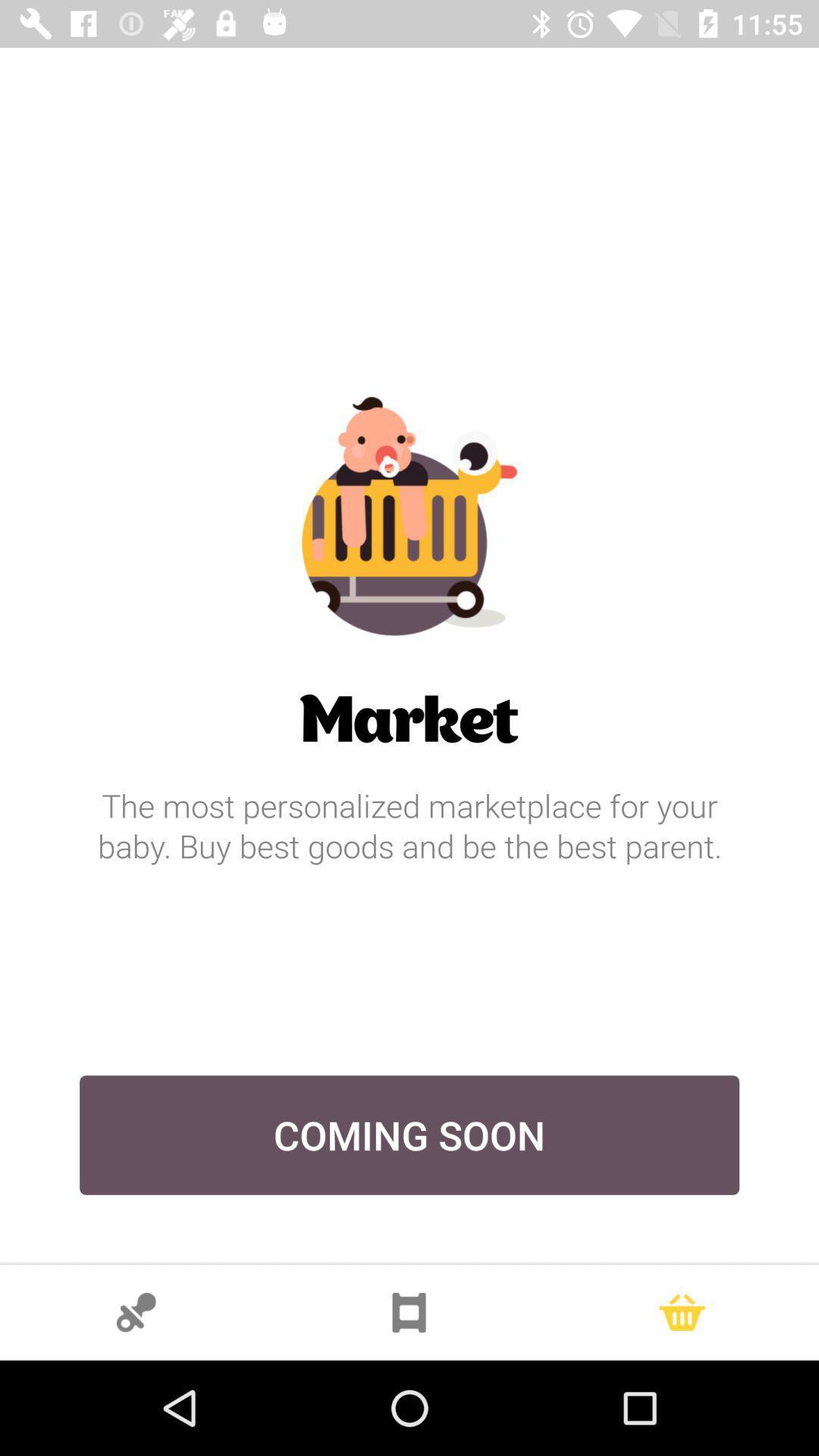 The height and width of the screenshot is (1456, 819). What do you see at coordinates (681, 1312) in the screenshot?
I see `delete` at bounding box center [681, 1312].